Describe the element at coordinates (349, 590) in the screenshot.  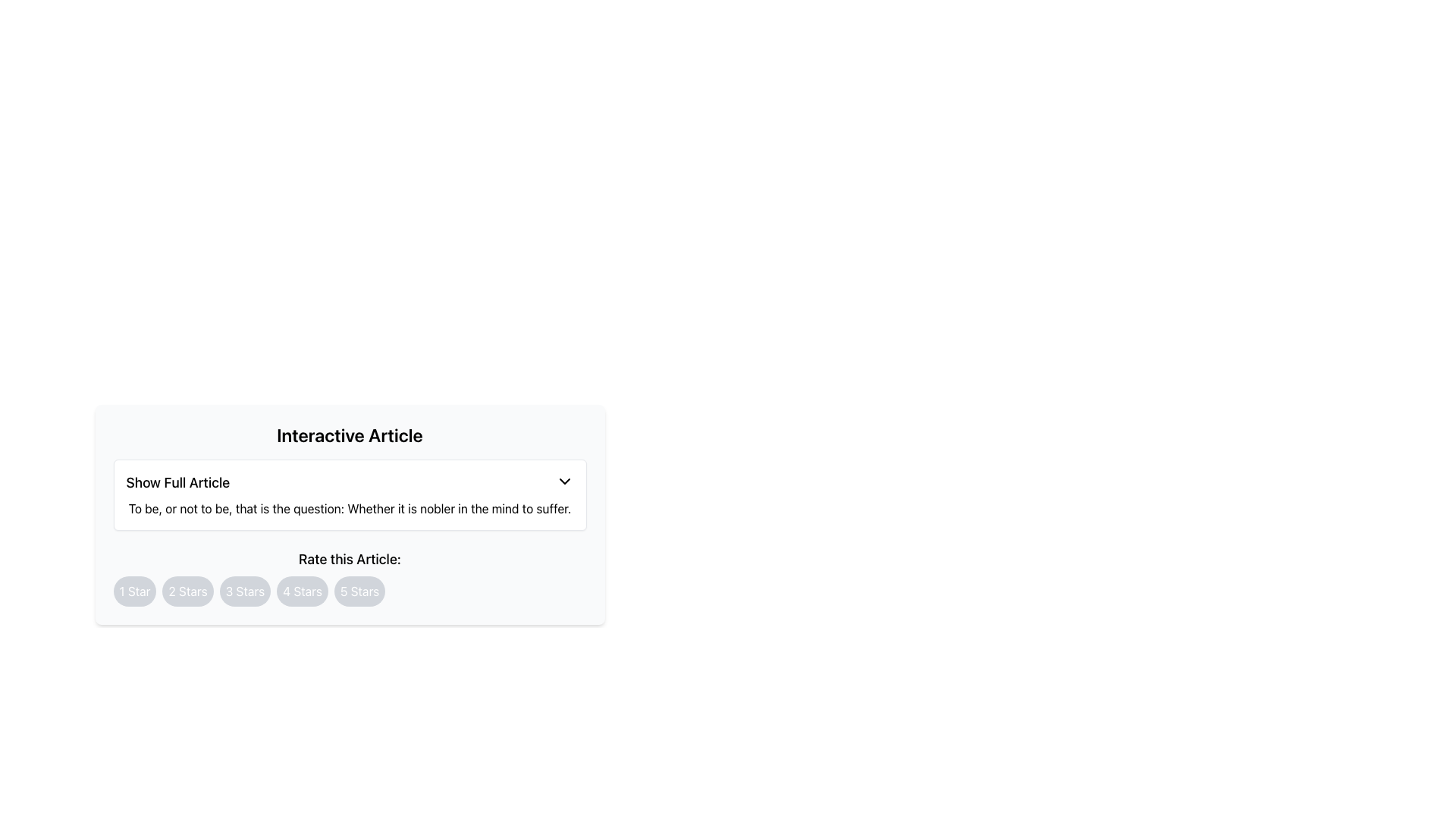
I see `the '5 Stars' button, which is the fifth circular button in a horizontal row for star ratings` at that location.